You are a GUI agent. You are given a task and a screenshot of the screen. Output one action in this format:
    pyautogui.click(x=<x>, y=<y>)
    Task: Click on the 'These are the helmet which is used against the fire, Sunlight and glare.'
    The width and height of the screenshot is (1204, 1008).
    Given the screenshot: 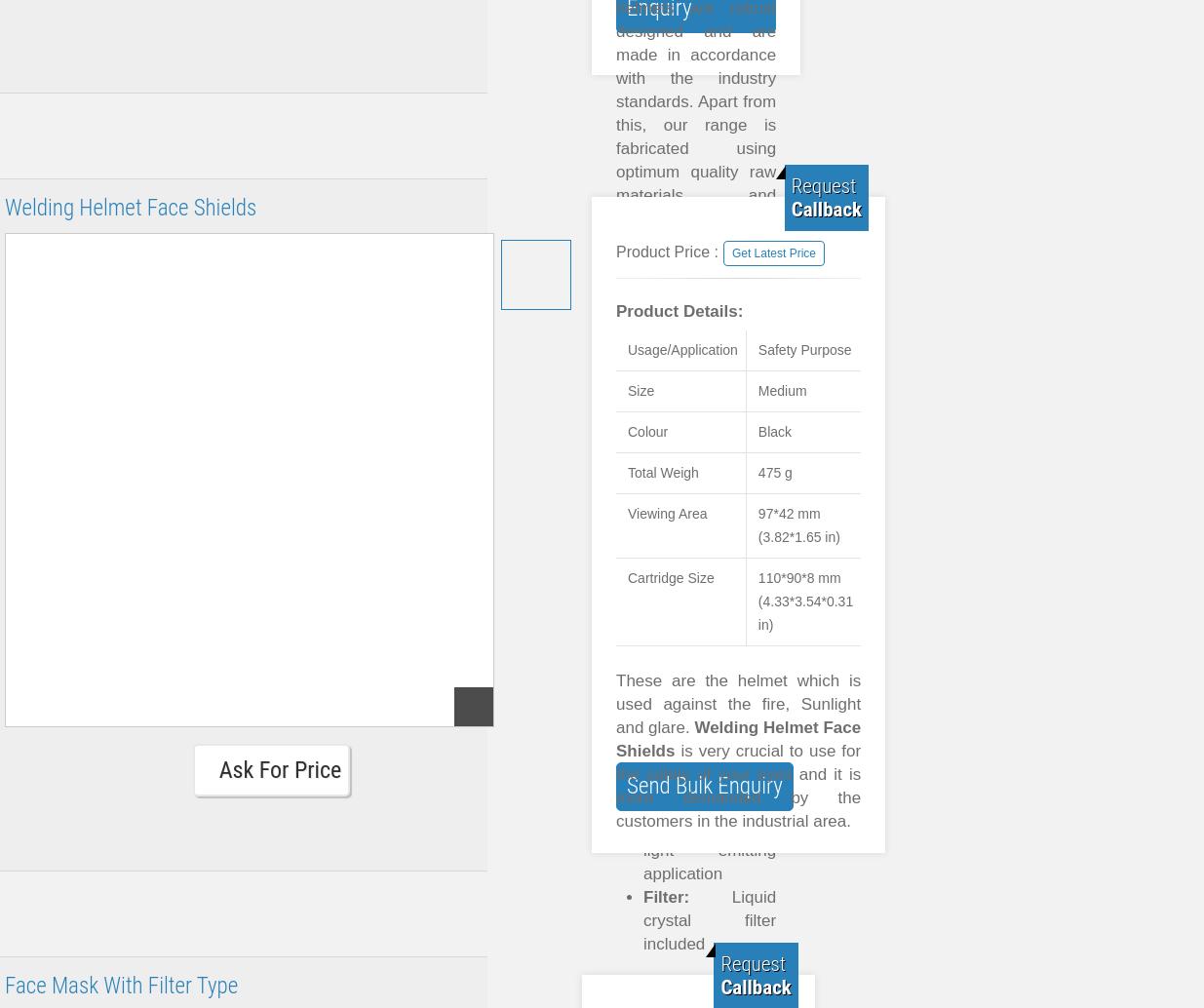 What is the action you would take?
    pyautogui.click(x=738, y=704)
    